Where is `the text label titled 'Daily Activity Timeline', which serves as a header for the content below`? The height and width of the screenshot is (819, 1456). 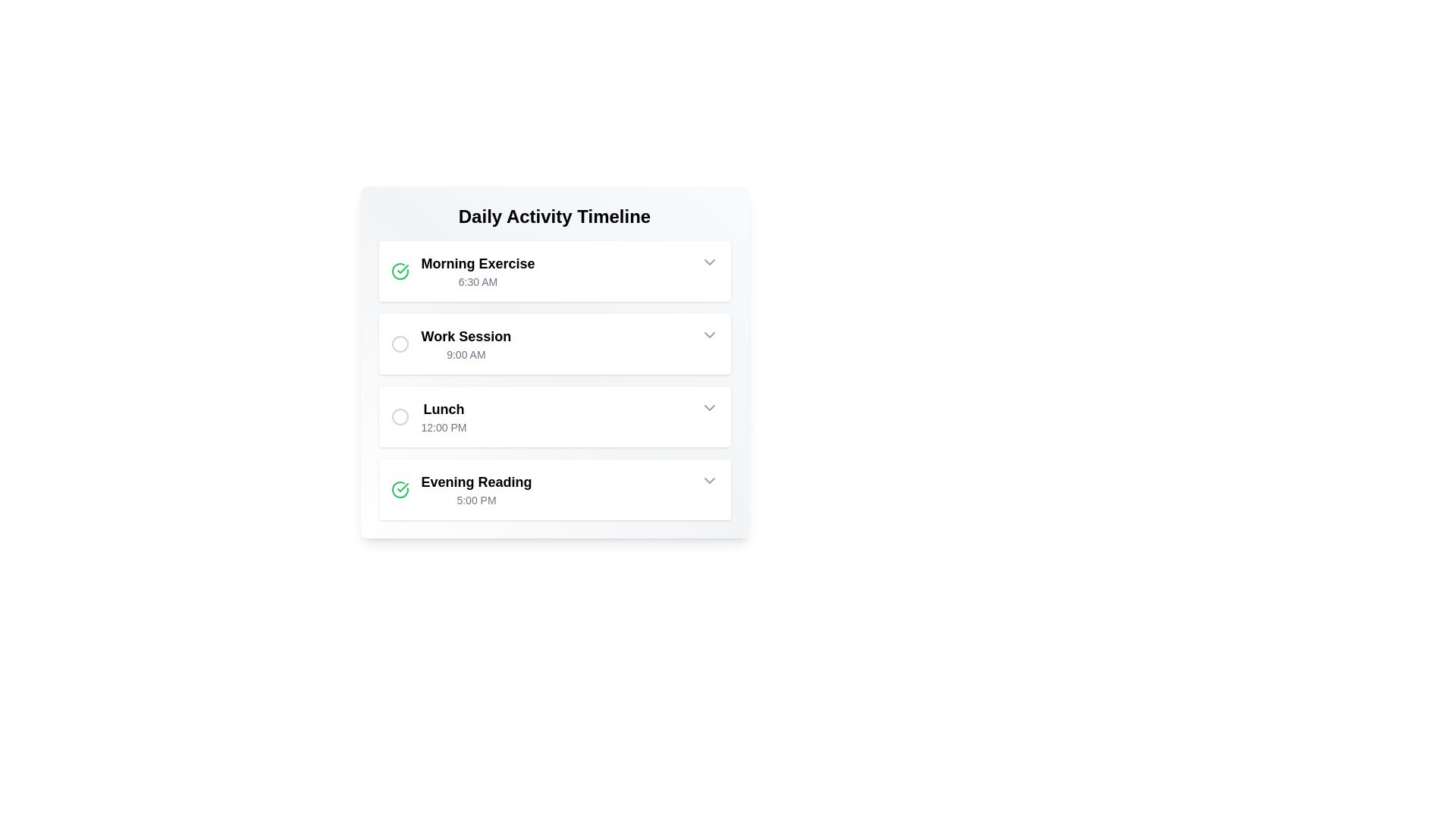 the text label titled 'Daily Activity Timeline', which serves as a header for the content below is located at coordinates (554, 216).